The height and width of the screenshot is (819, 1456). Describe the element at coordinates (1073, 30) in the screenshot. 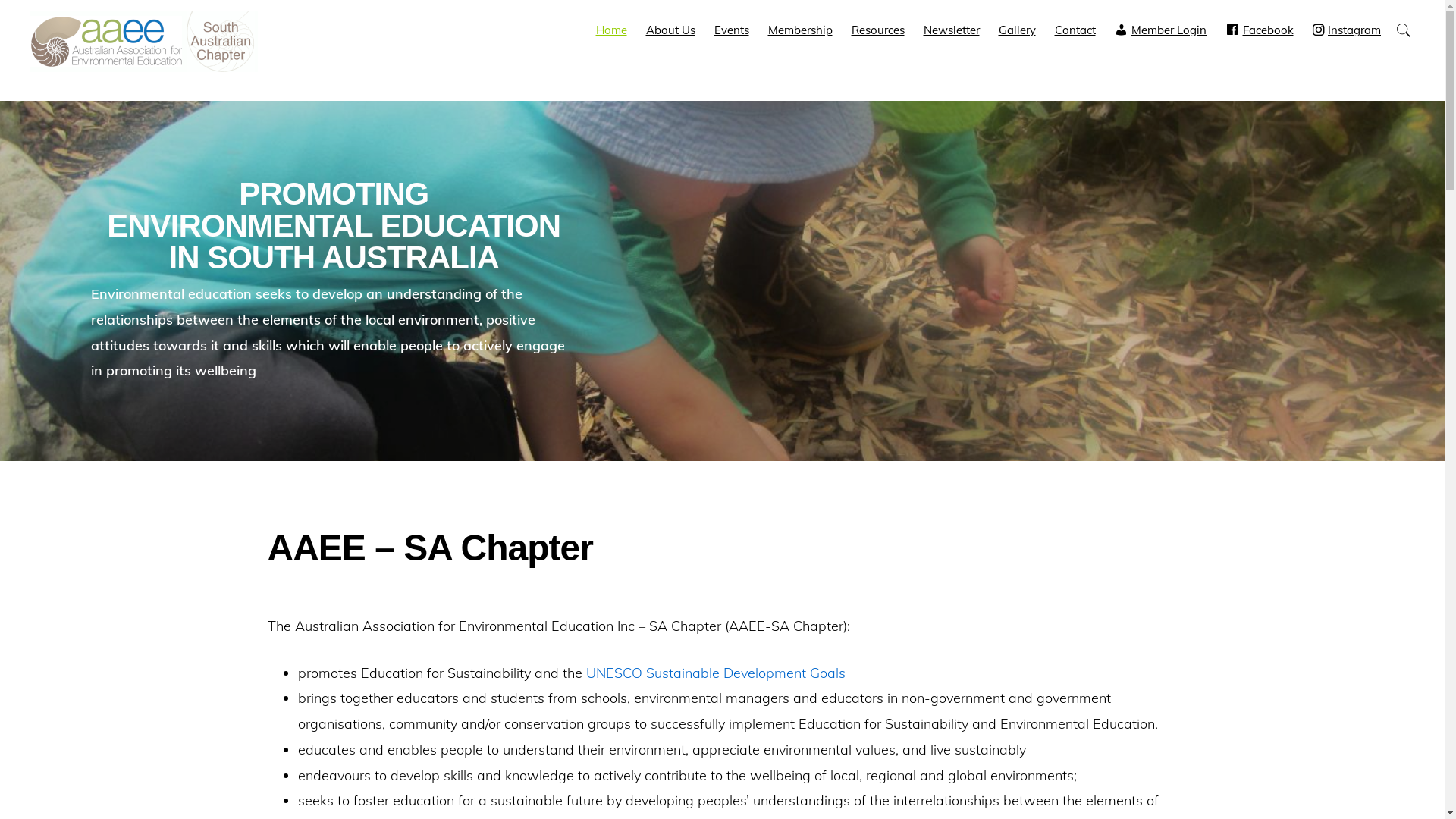

I see `'Contact'` at that location.